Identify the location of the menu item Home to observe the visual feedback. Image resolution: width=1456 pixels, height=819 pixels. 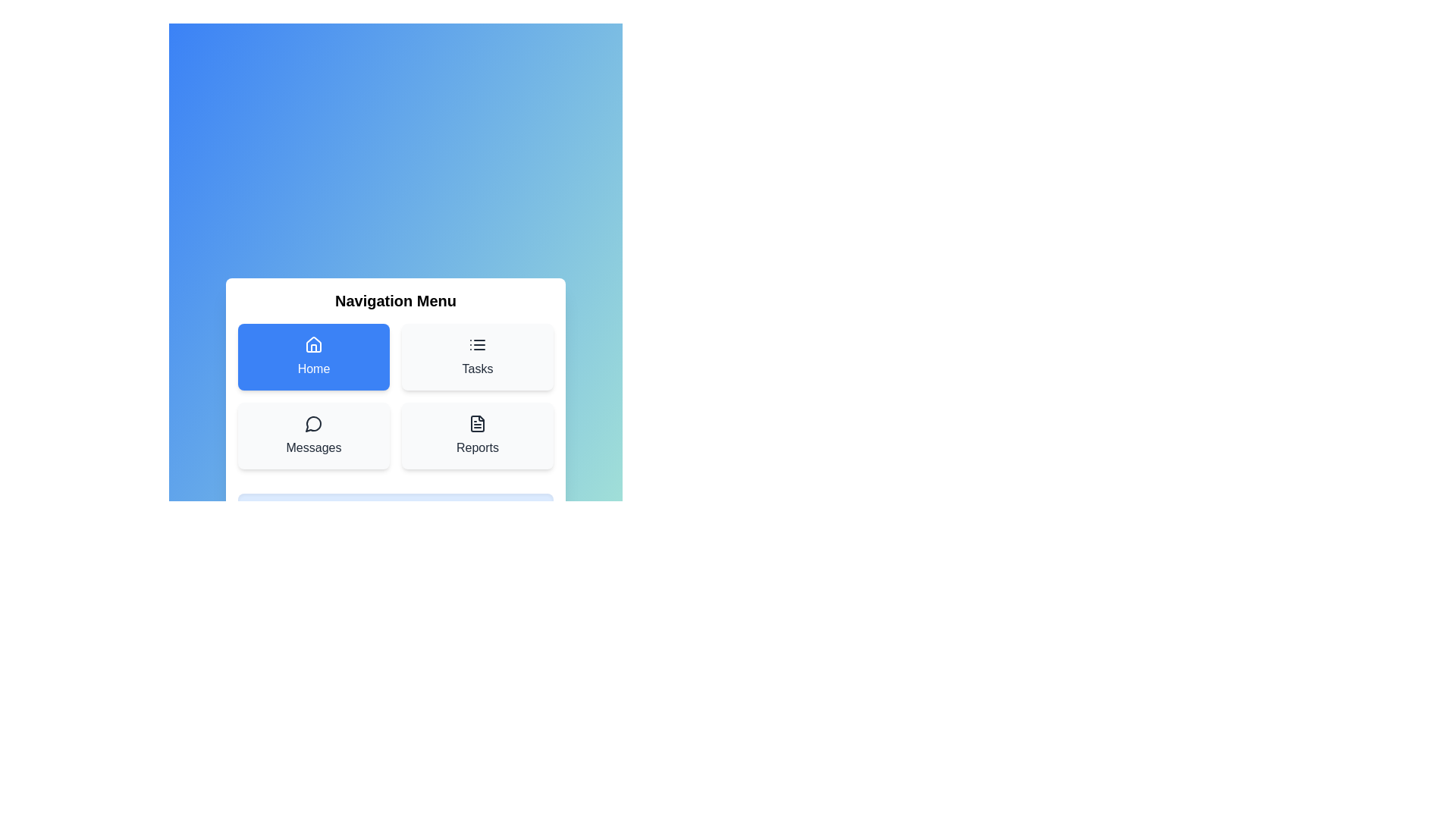
(312, 356).